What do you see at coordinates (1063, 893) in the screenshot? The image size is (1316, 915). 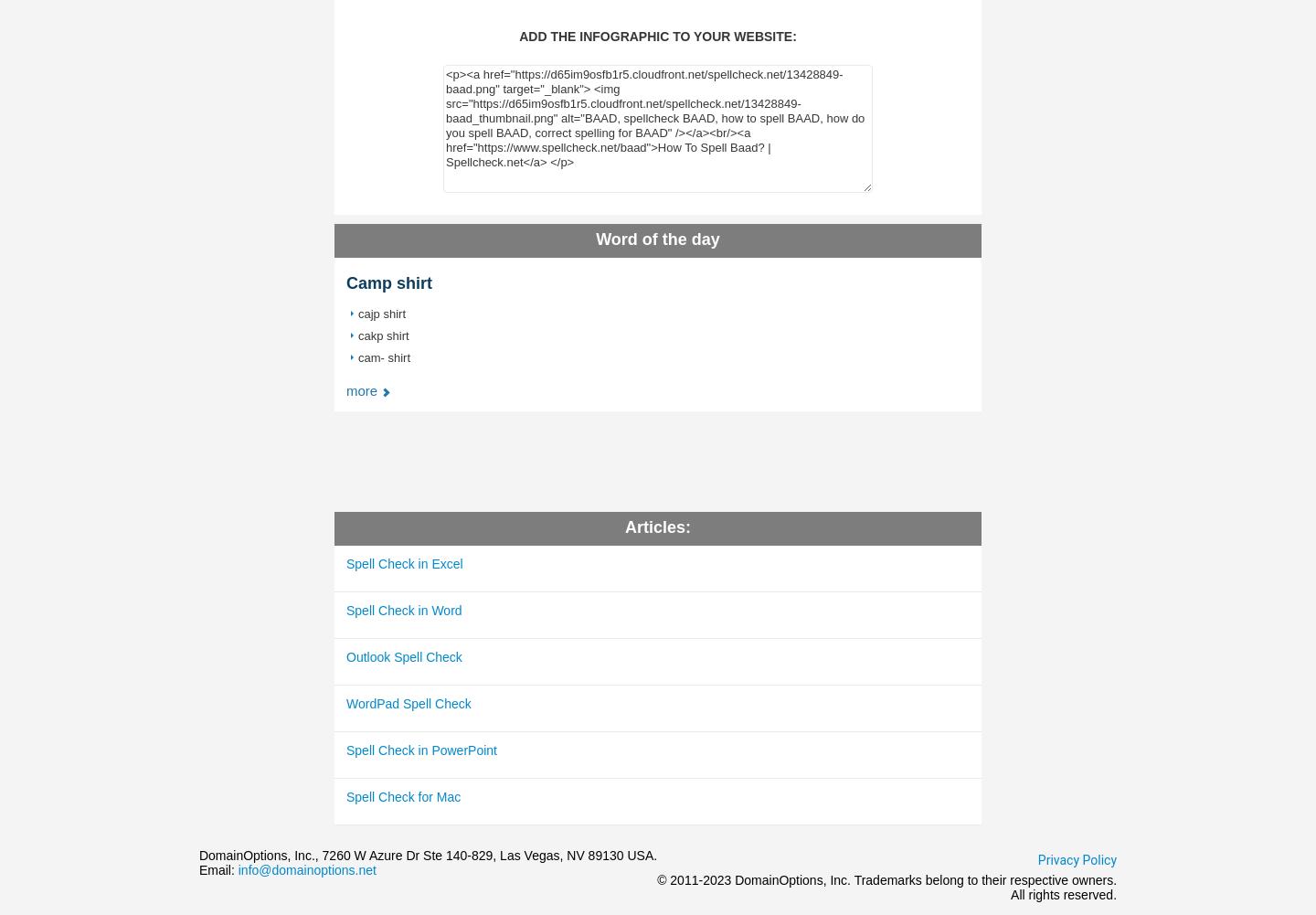 I see `'All rights reserved.'` at bounding box center [1063, 893].